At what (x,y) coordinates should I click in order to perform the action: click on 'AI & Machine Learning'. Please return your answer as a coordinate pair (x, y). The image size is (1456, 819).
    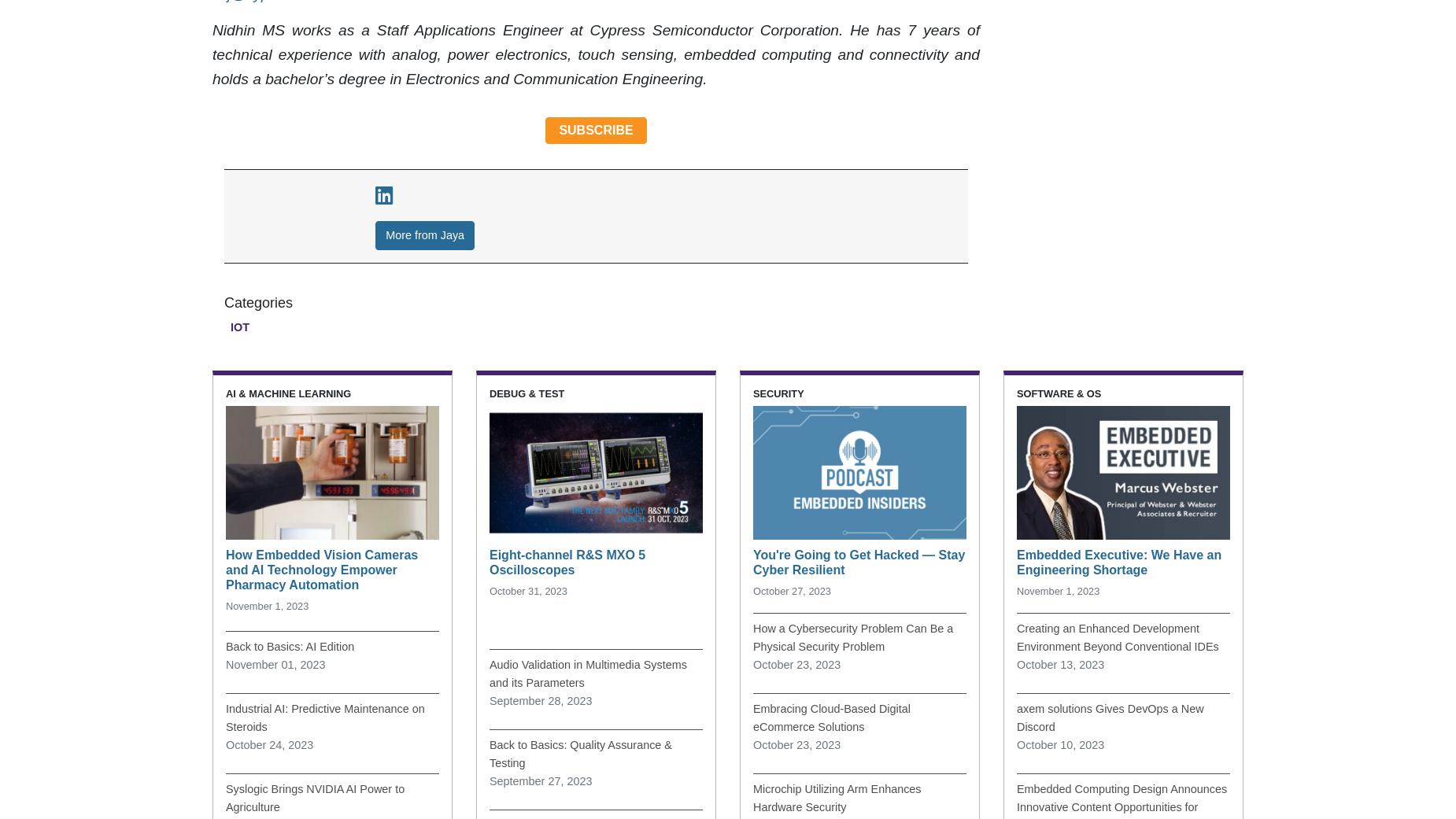
    Looking at the image, I should click on (287, 392).